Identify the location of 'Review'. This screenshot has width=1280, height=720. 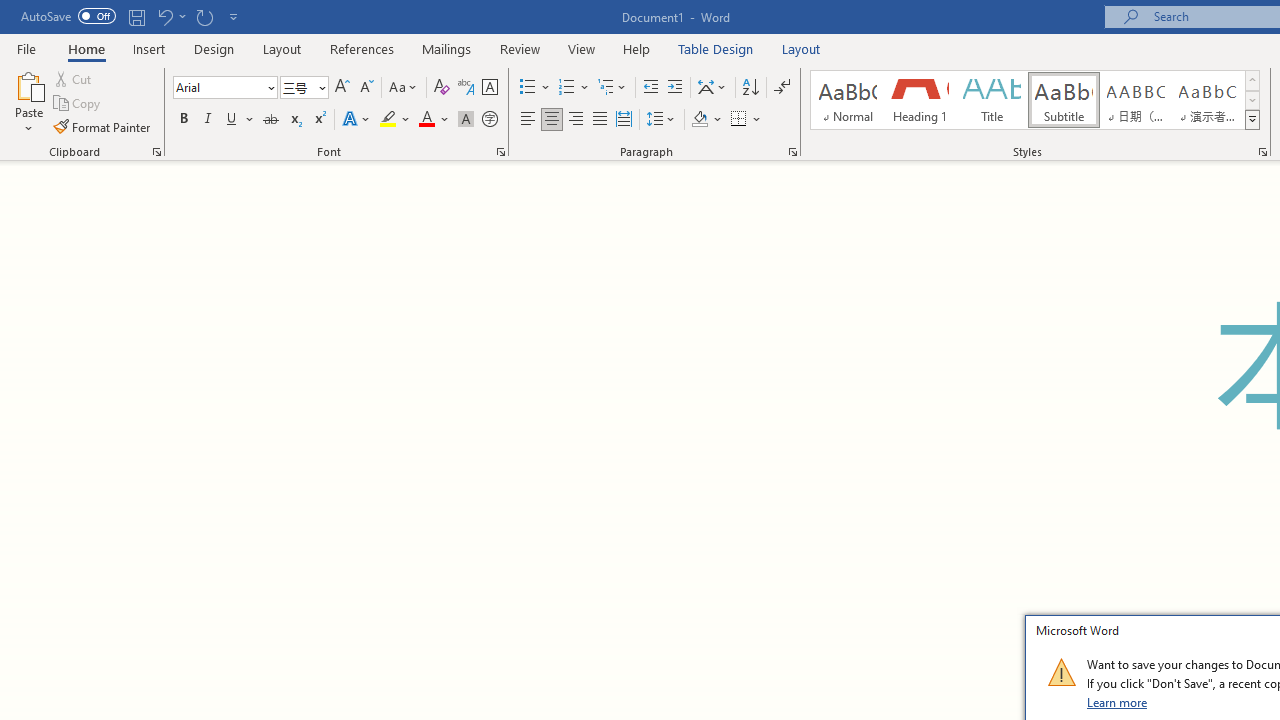
(520, 48).